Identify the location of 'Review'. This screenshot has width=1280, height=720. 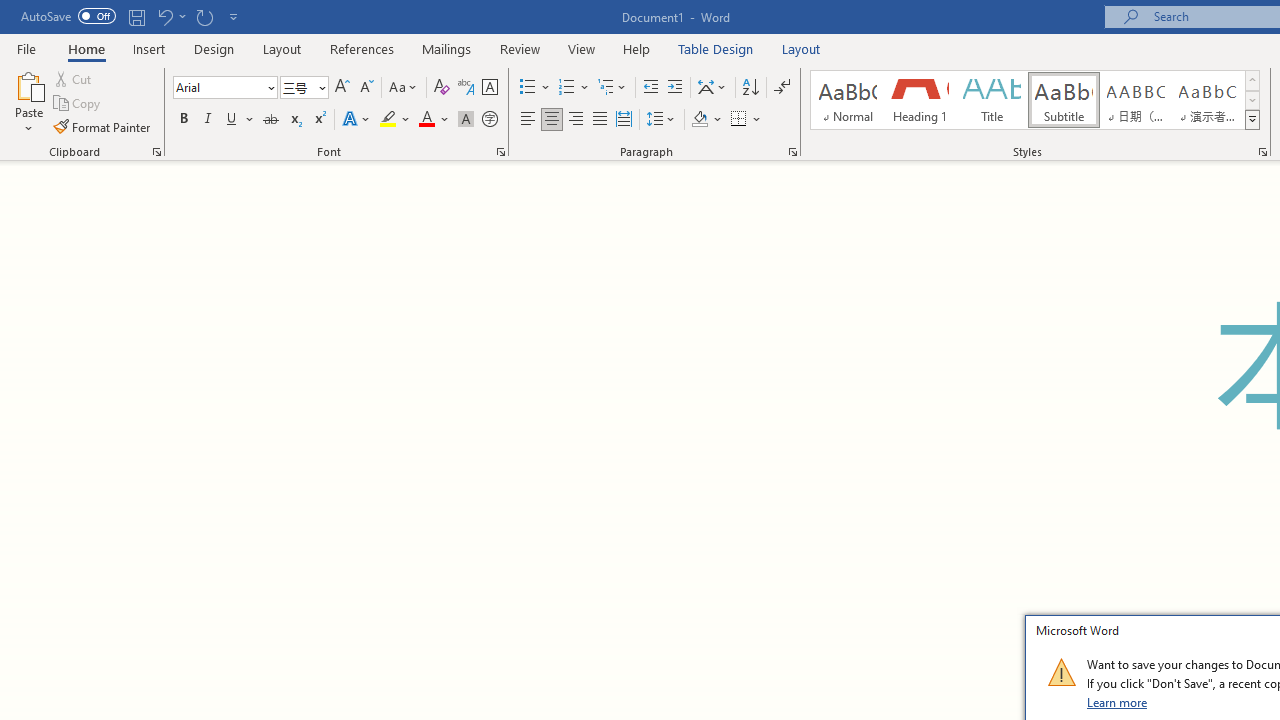
(520, 48).